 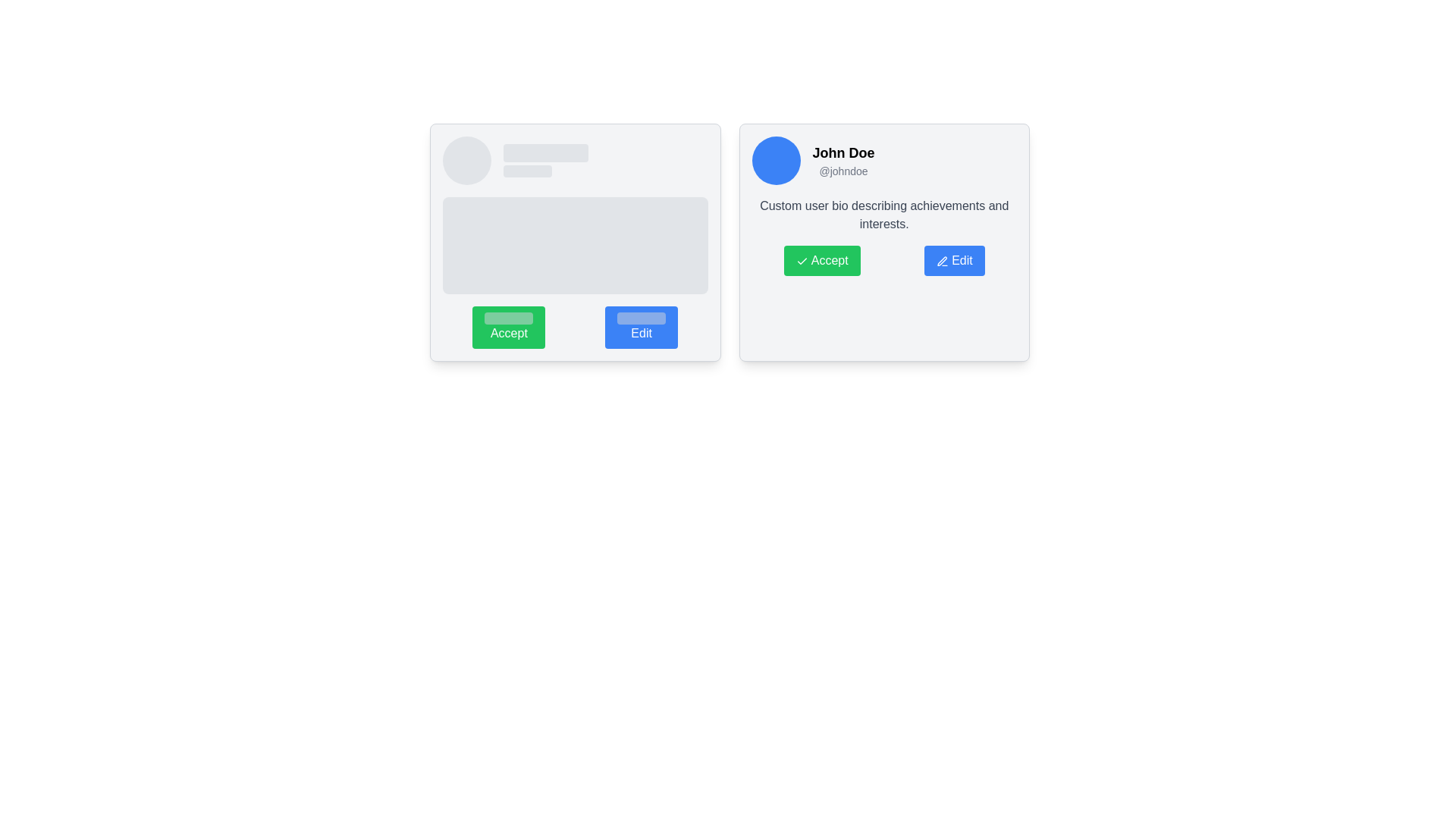 I want to click on loading placeholder element located in the middle section of the card, positioned below the avatar and text skeletons, and above the 'Accept' and 'Edit' action buttons, so click(x=574, y=245).